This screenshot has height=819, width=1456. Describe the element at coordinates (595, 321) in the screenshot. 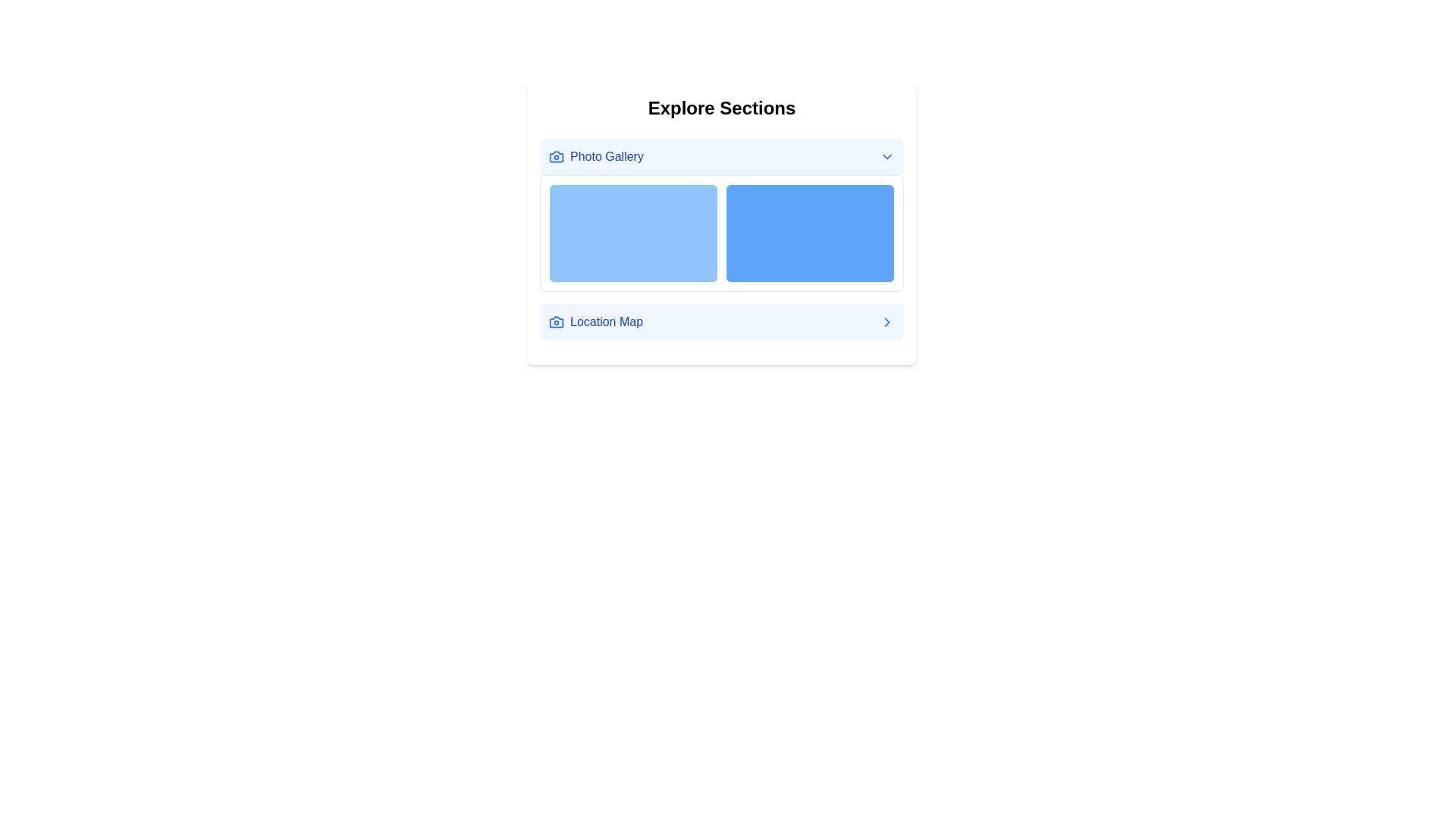

I see `the text label reading 'Location Map', which is styled with blue font and located next to a blue camera icon in the menu section under 'Explore Sections'` at that location.